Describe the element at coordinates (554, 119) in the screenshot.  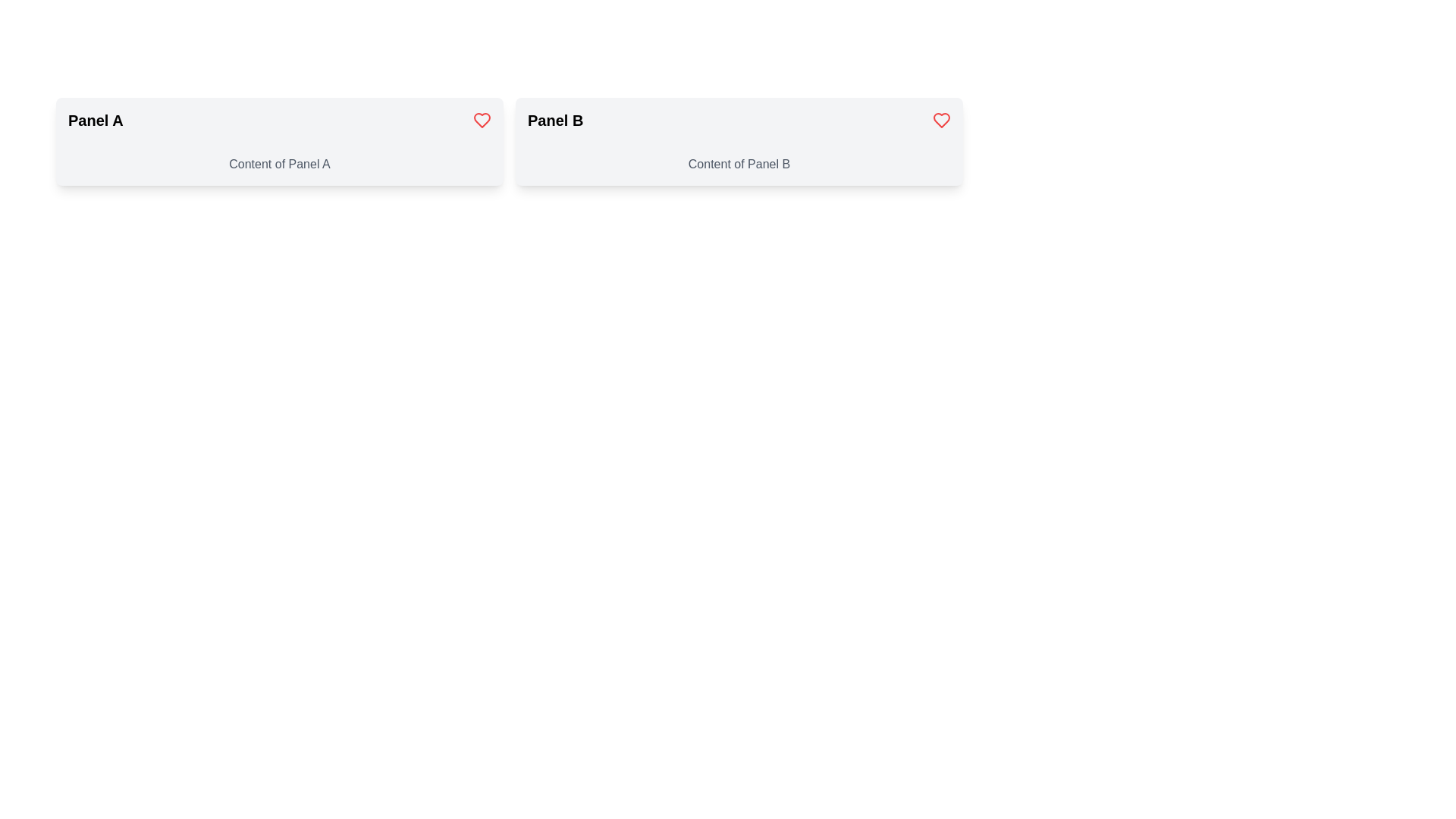
I see `title text of the panel located to the right of 'Panel A', positioned at the left side of the panel header` at that location.